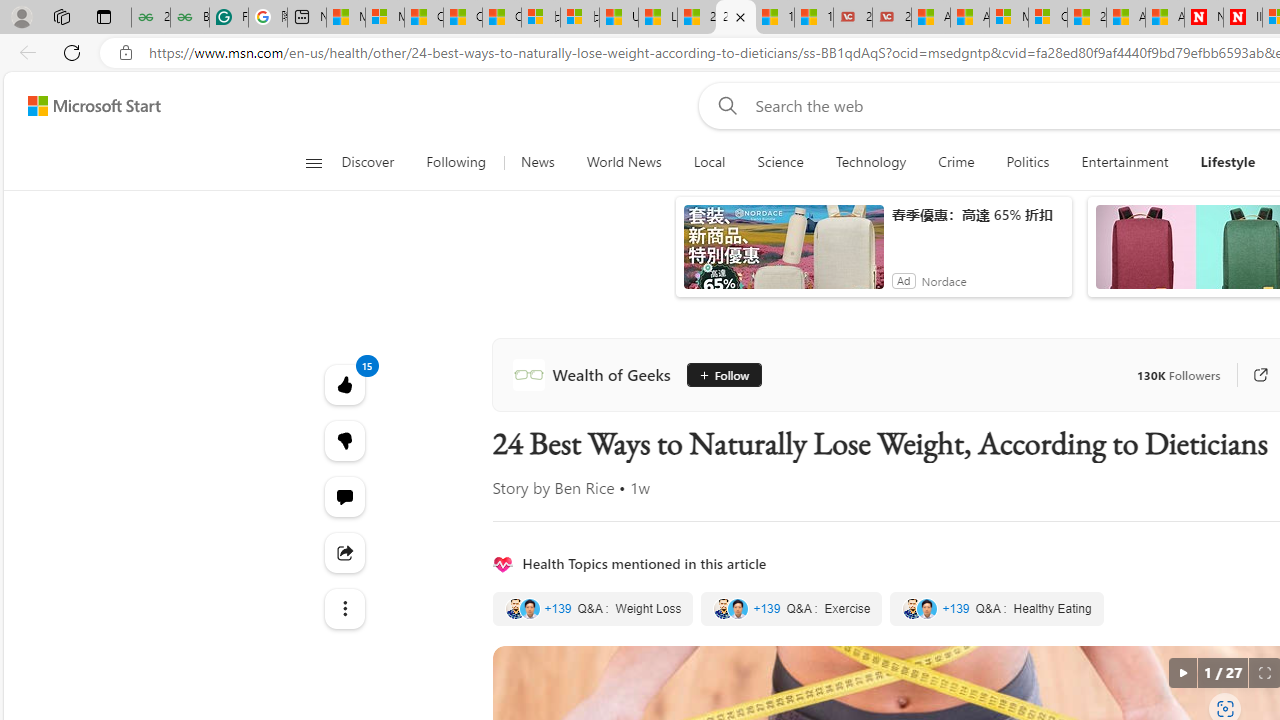  Describe the element at coordinates (617, 17) in the screenshot. I see `'USA TODAY - MSN'` at that location.